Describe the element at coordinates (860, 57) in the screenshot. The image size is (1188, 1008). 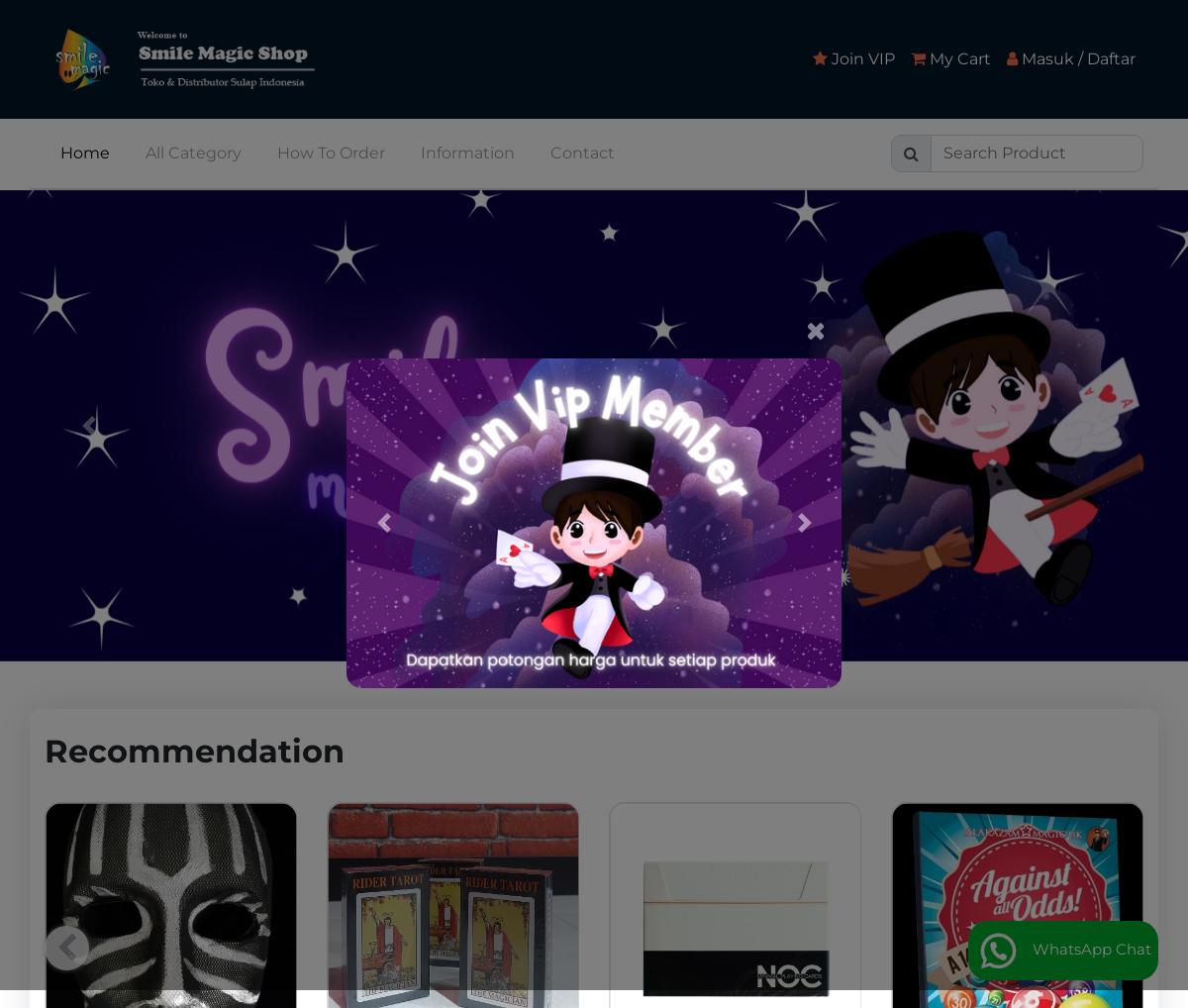
I see `'Join VIP'` at that location.